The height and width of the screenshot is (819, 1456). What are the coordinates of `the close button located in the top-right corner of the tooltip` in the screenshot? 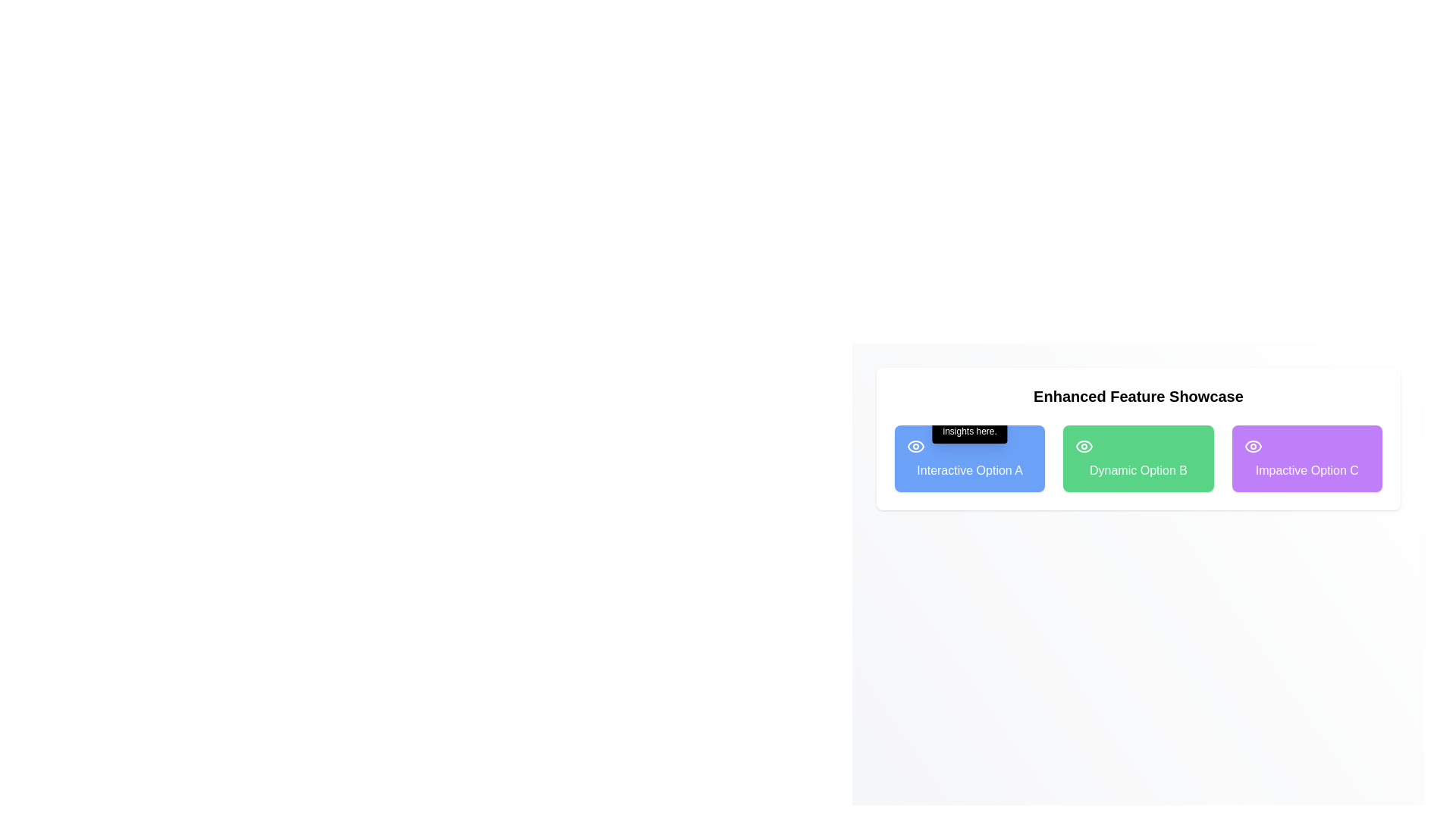 It's located at (998, 403).